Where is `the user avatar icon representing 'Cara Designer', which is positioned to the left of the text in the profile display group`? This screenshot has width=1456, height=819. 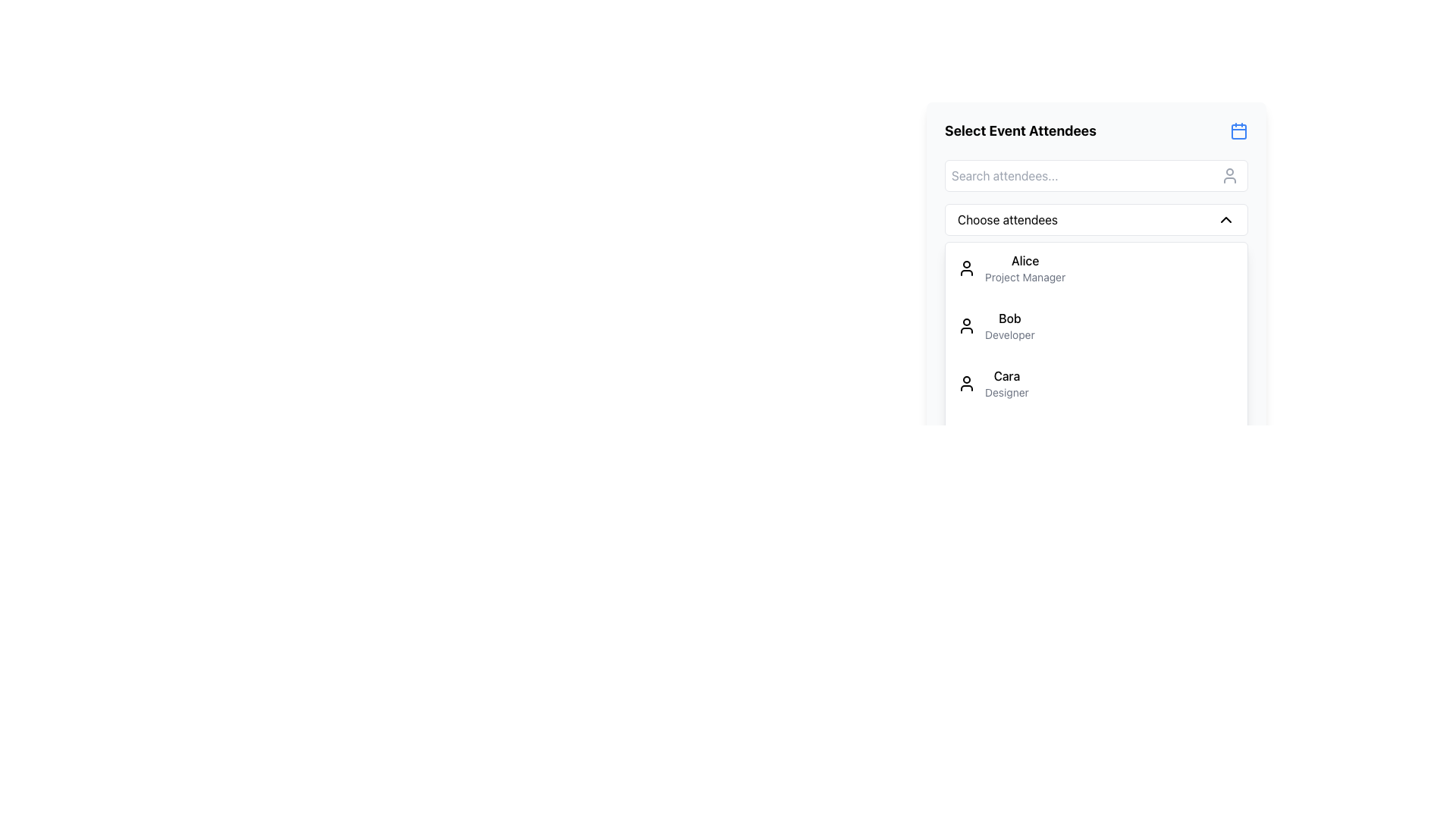 the user avatar icon representing 'Cara Designer', which is positioned to the left of the text in the profile display group is located at coordinates (966, 382).